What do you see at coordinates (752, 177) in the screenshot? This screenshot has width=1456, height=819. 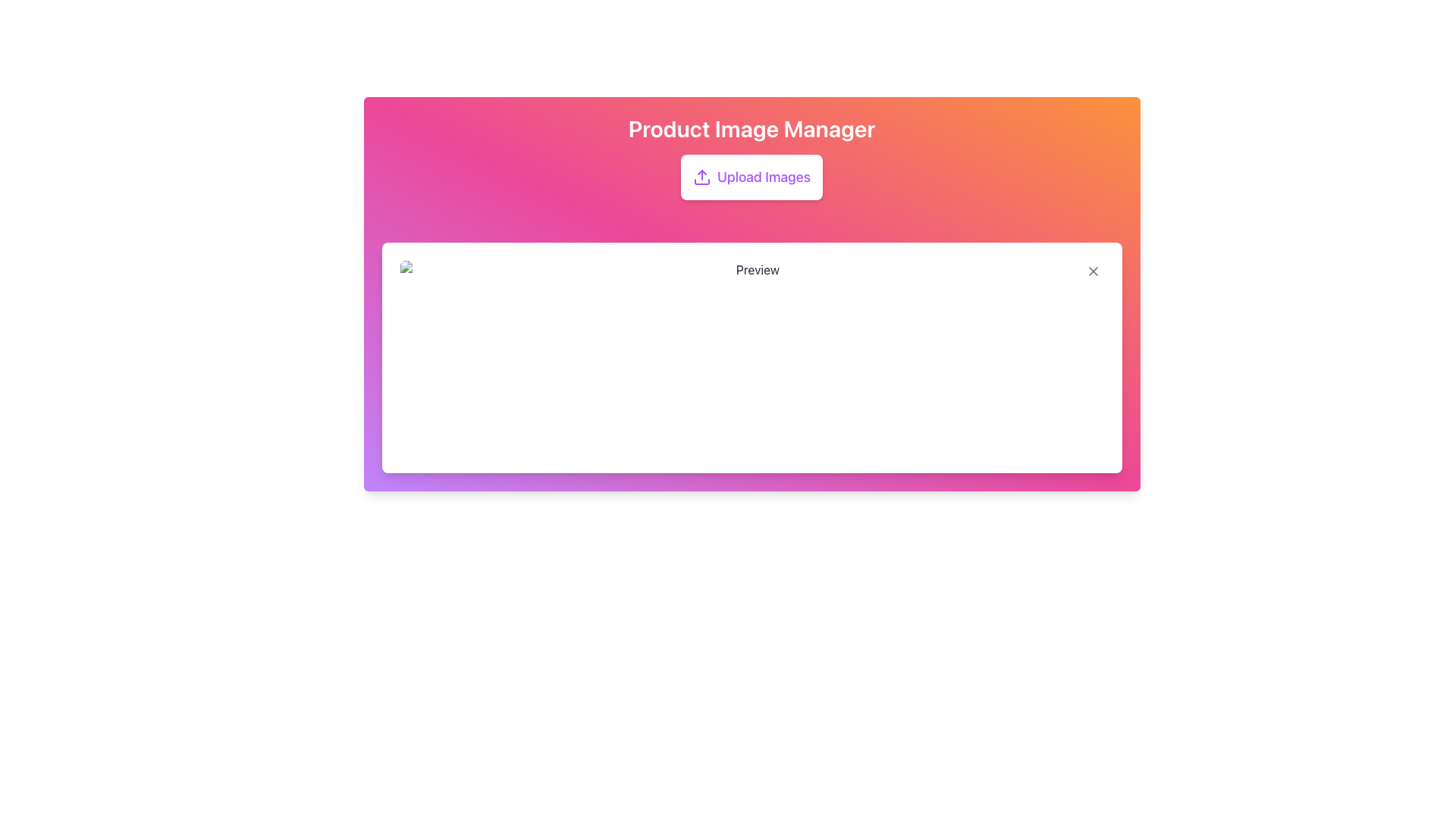 I see `the image upload button located below the 'Product Image Manager' title at the top center of the interface` at bounding box center [752, 177].